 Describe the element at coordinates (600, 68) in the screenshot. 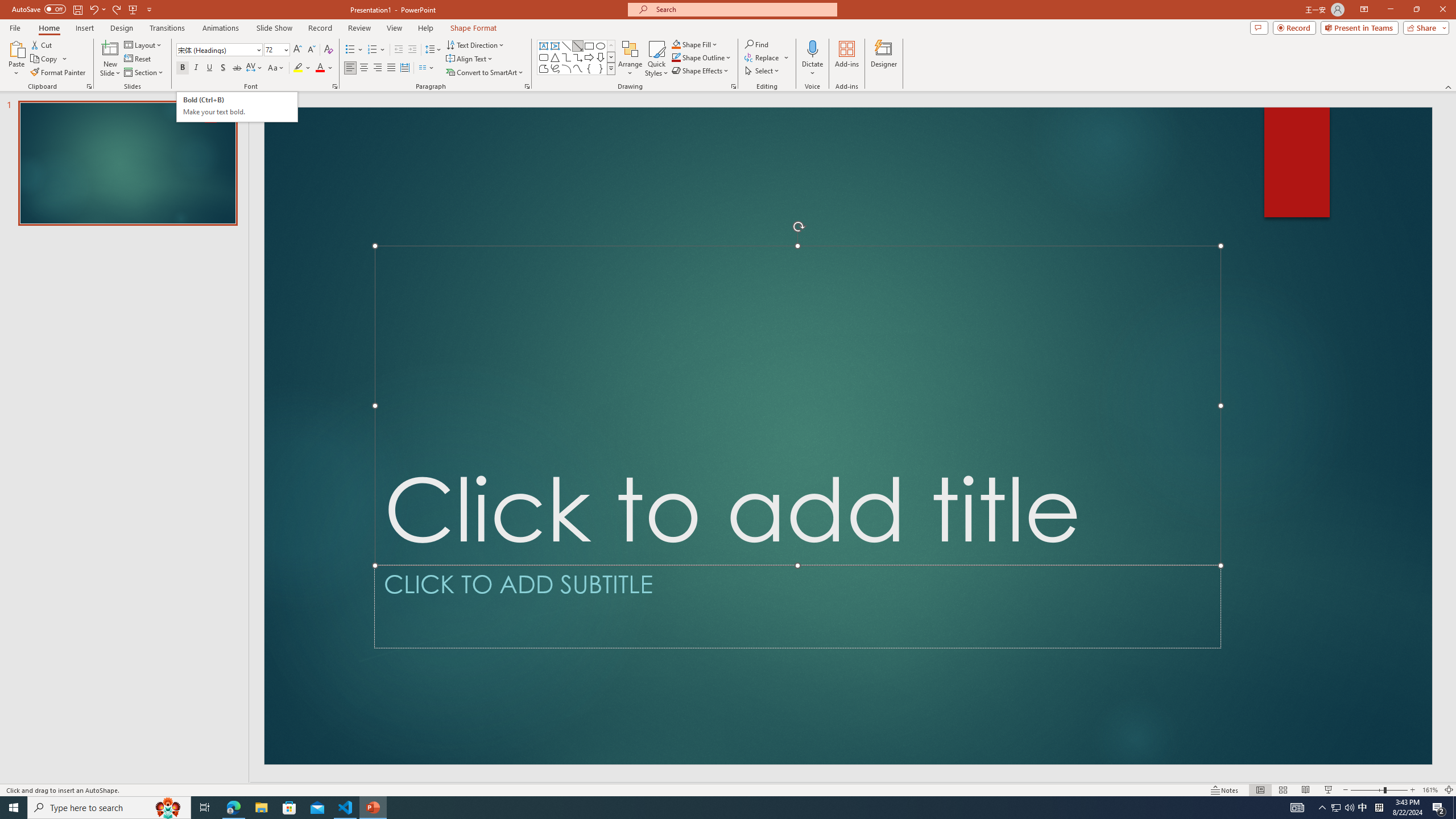

I see `'Right Brace'` at that location.